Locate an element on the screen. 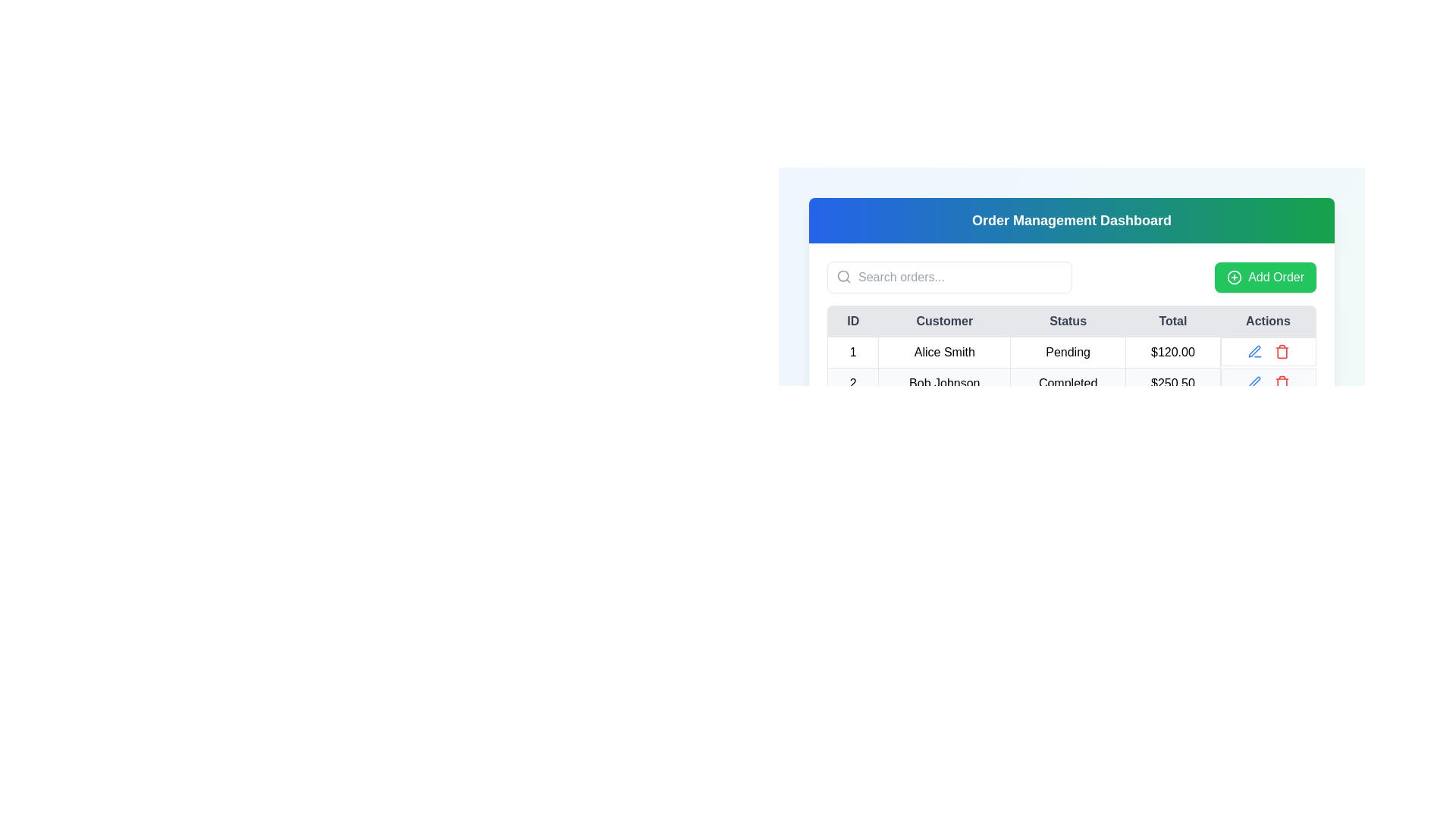 The height and width of the screenshot is (819, 1456). the Label/Static Text element displaying 'Bob Johnson' in black text, located in the second row under the 'Customer' column of the table is located at coordinates (943, 382).